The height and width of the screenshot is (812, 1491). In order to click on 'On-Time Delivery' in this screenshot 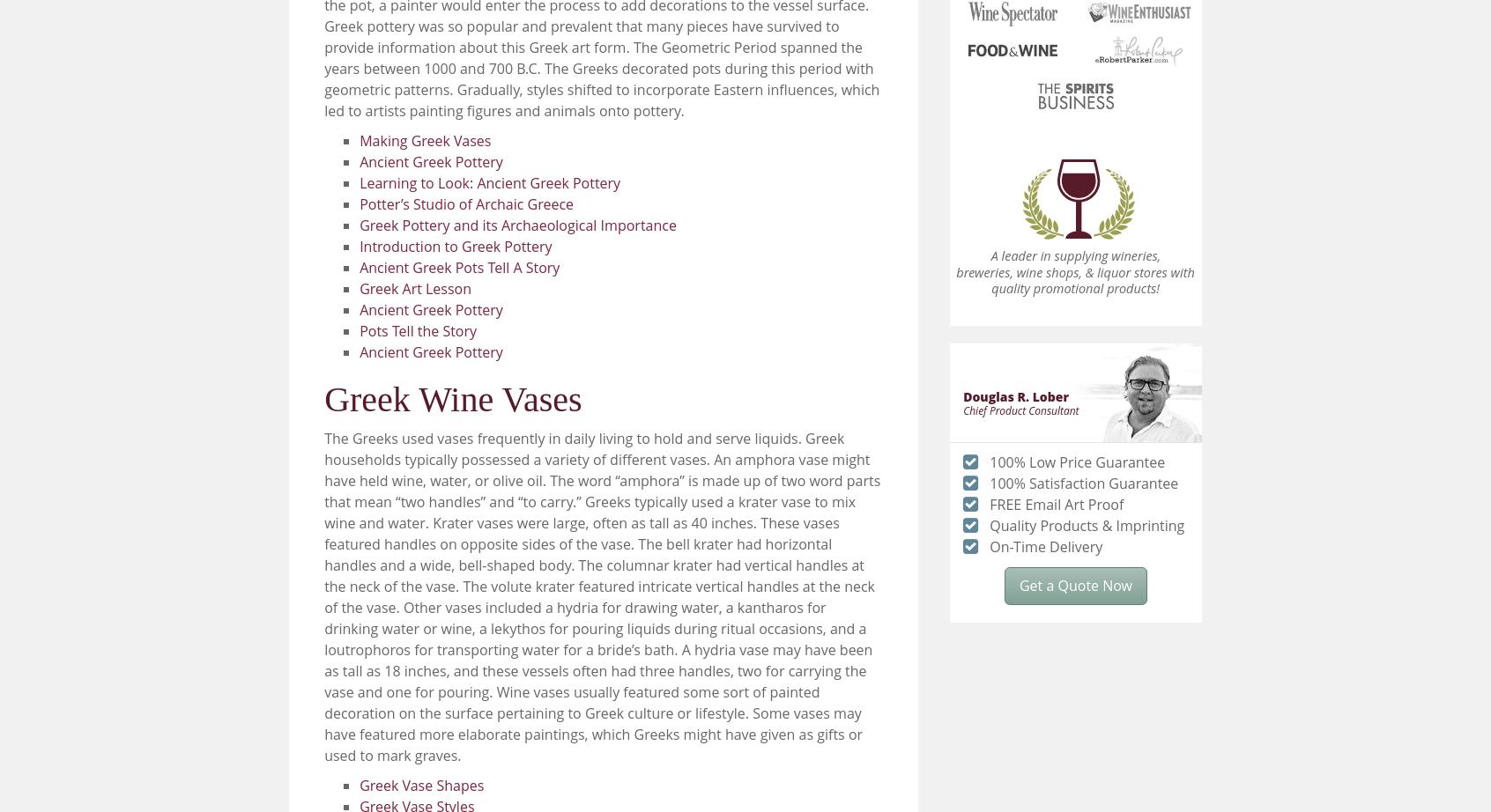, I will do `click(989, 546)`.